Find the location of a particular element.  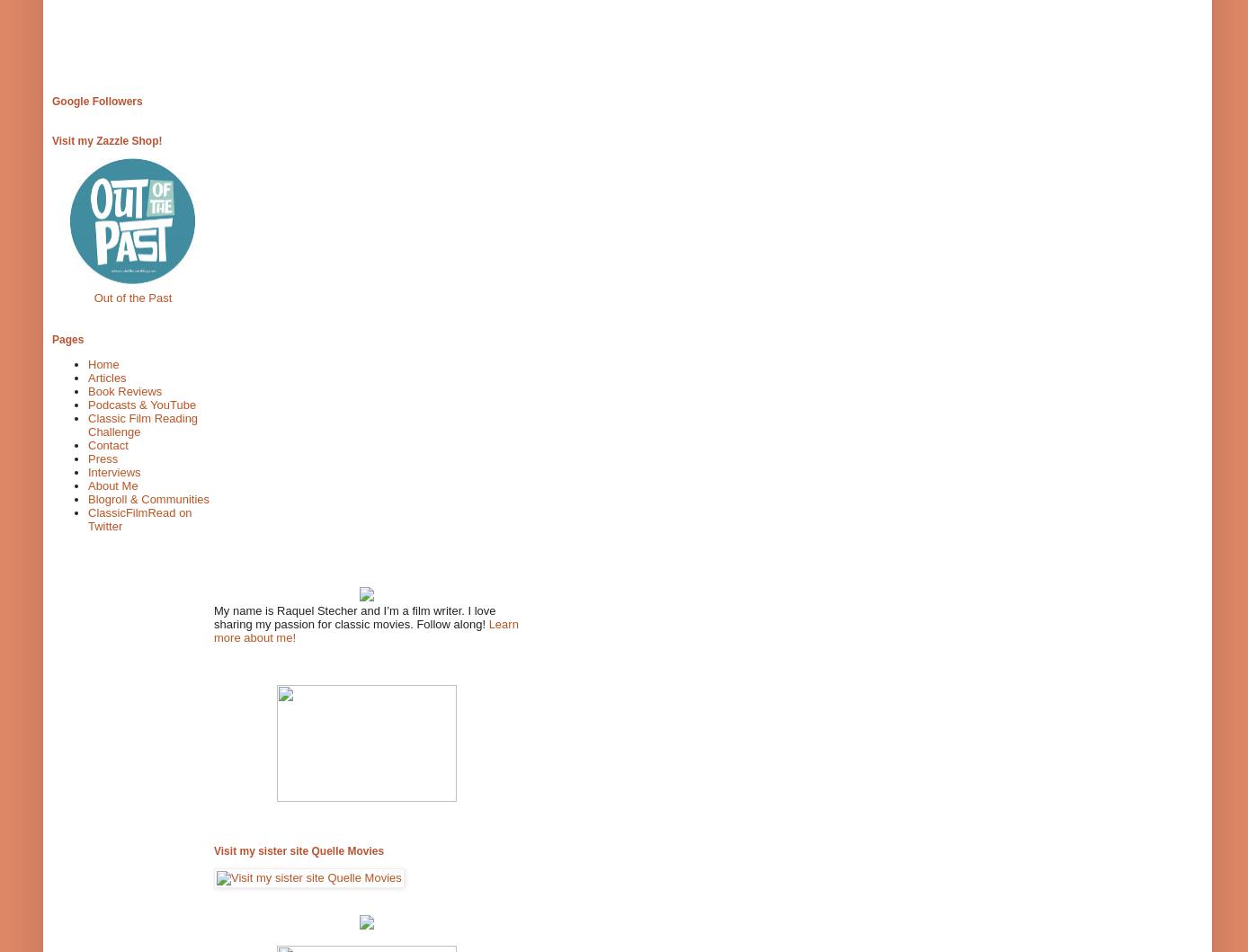

'Classic Film Reading Challenge' is located at coordinates (143, 424).